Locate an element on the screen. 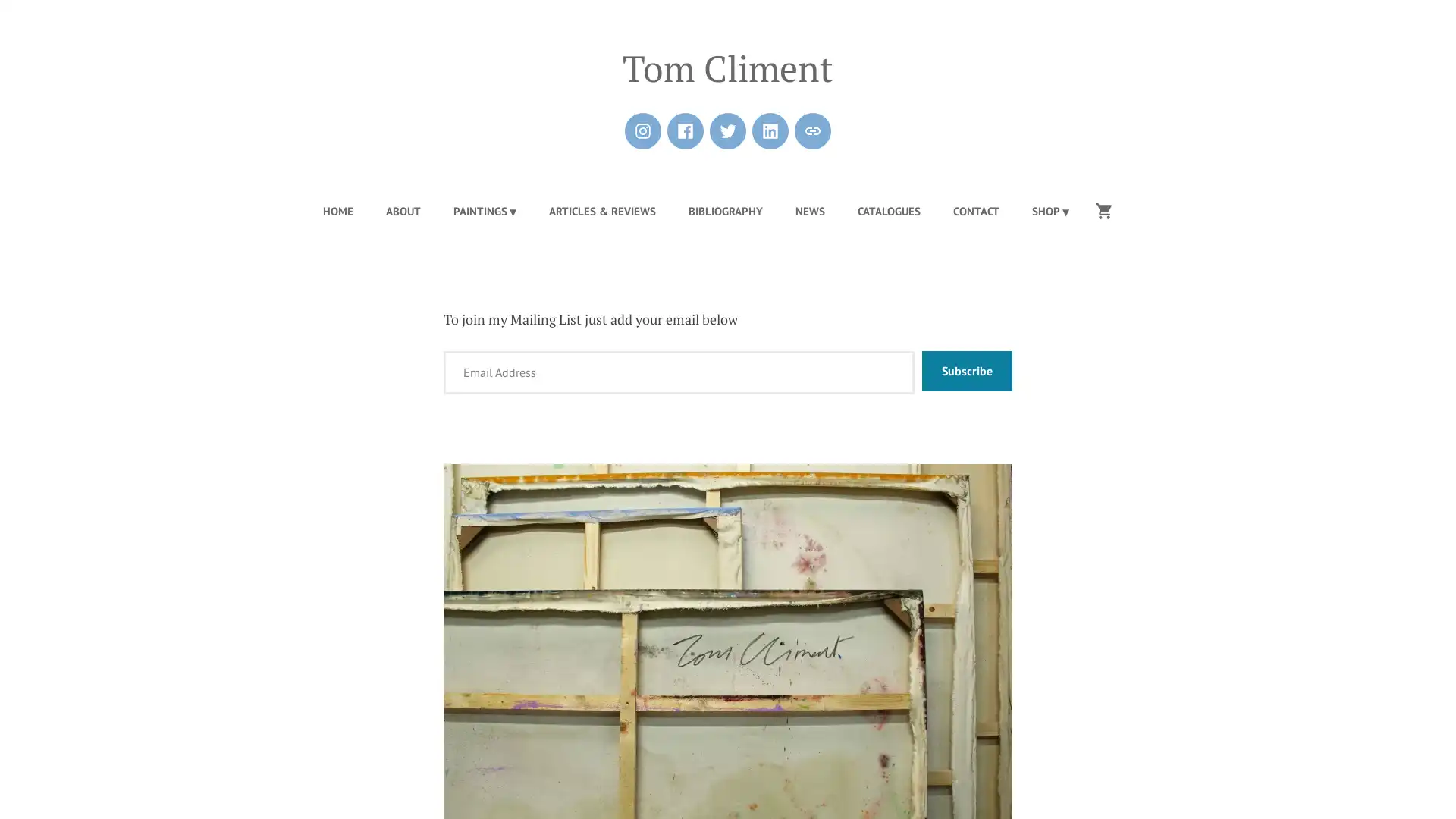  Subscribe is located at coordinates (966, 371).